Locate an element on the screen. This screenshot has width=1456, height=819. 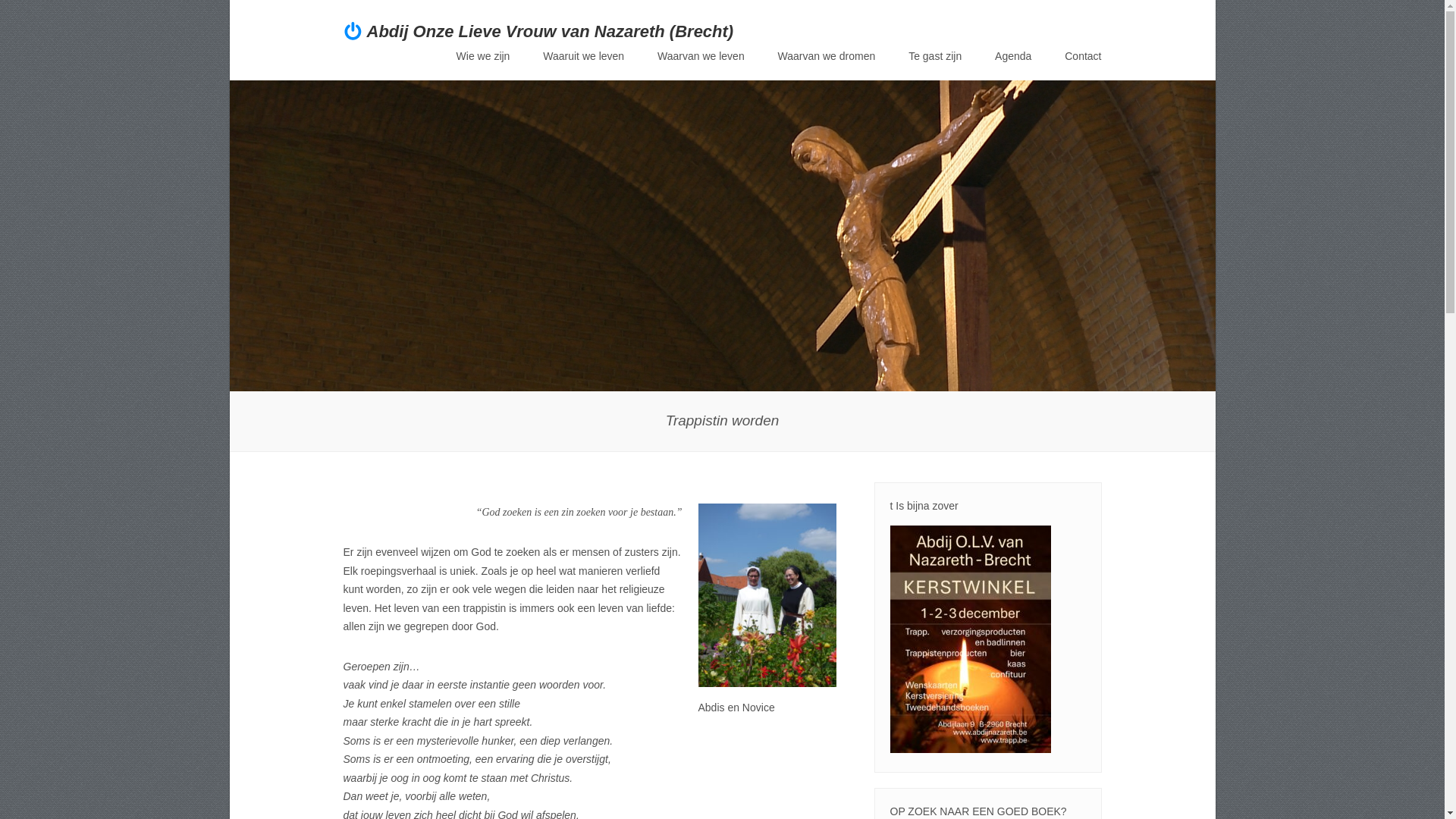
'Waaruit we leven' is located at coordinates (582, 55).